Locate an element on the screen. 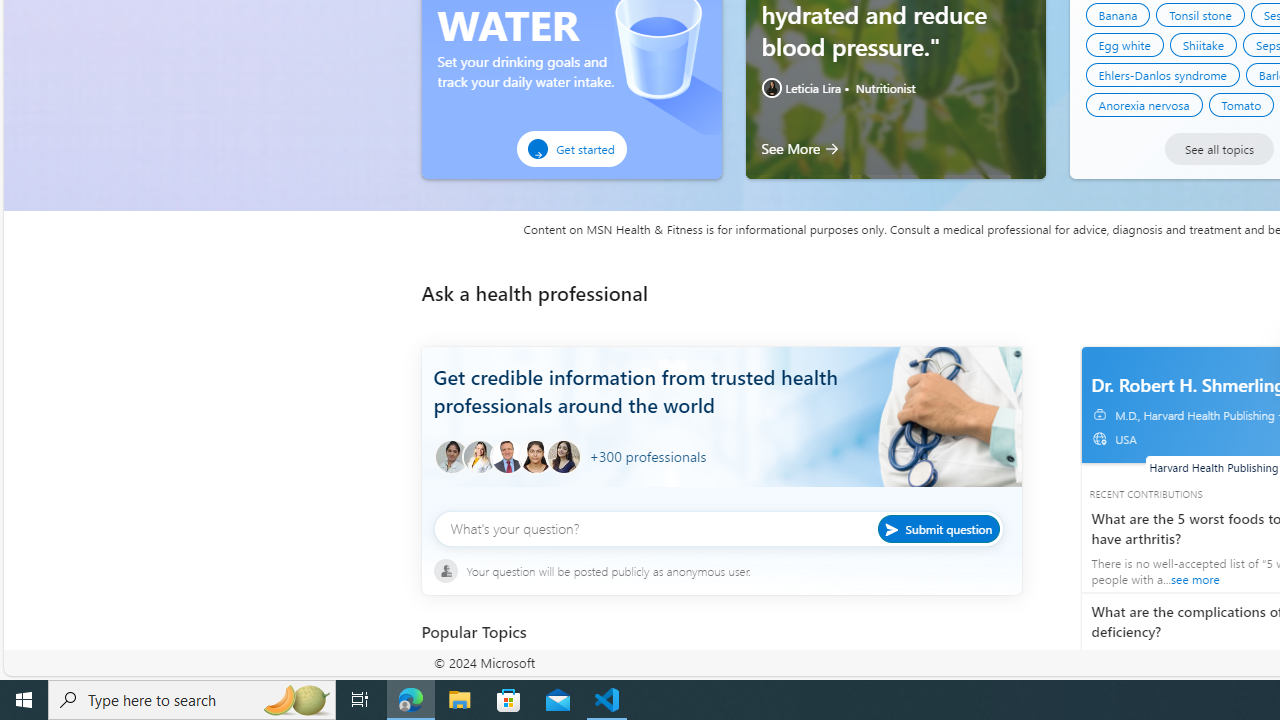 This screenshot has height=720, width=1280. 'See all topics' is located at coordinates (1218, 148).